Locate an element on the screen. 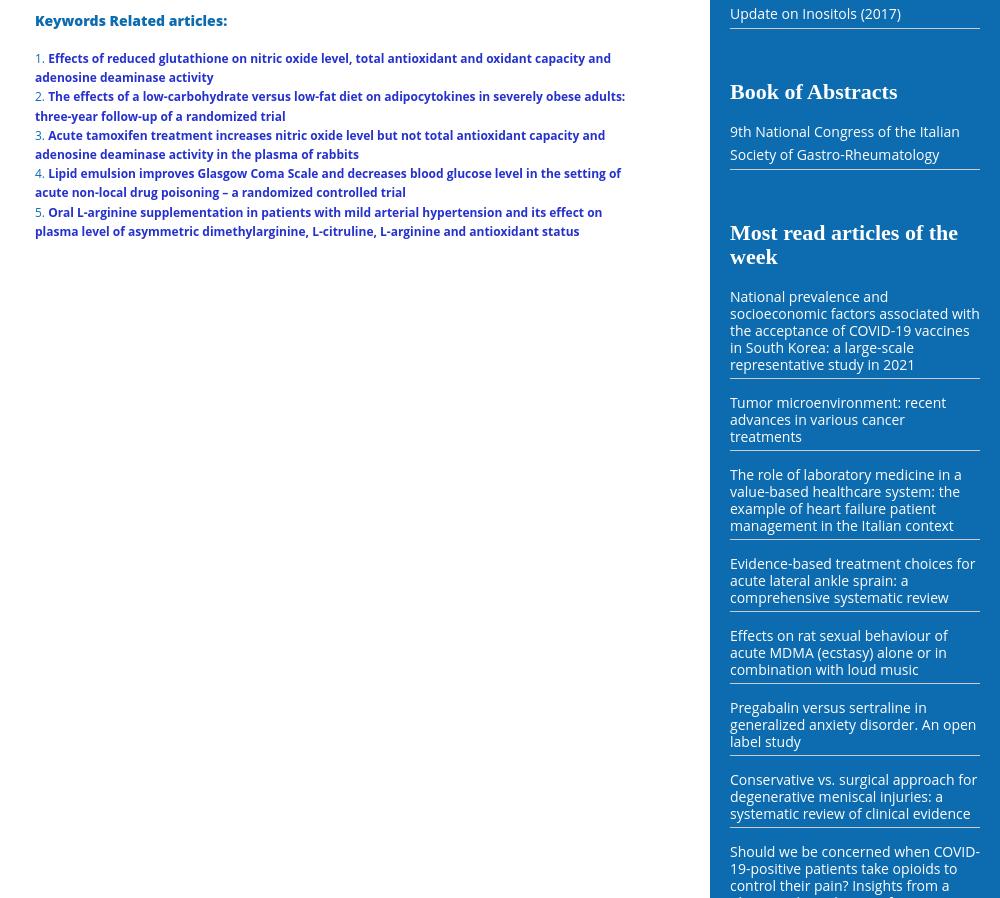 This screenshot has height=898, width=1000. 'Lipid emulsion improves Glasgow Coma Scale and decreases blood glucose level in the setting of acute non-local drug poisoning – a randomized controlled trial' is located at coordinates (327, 182).